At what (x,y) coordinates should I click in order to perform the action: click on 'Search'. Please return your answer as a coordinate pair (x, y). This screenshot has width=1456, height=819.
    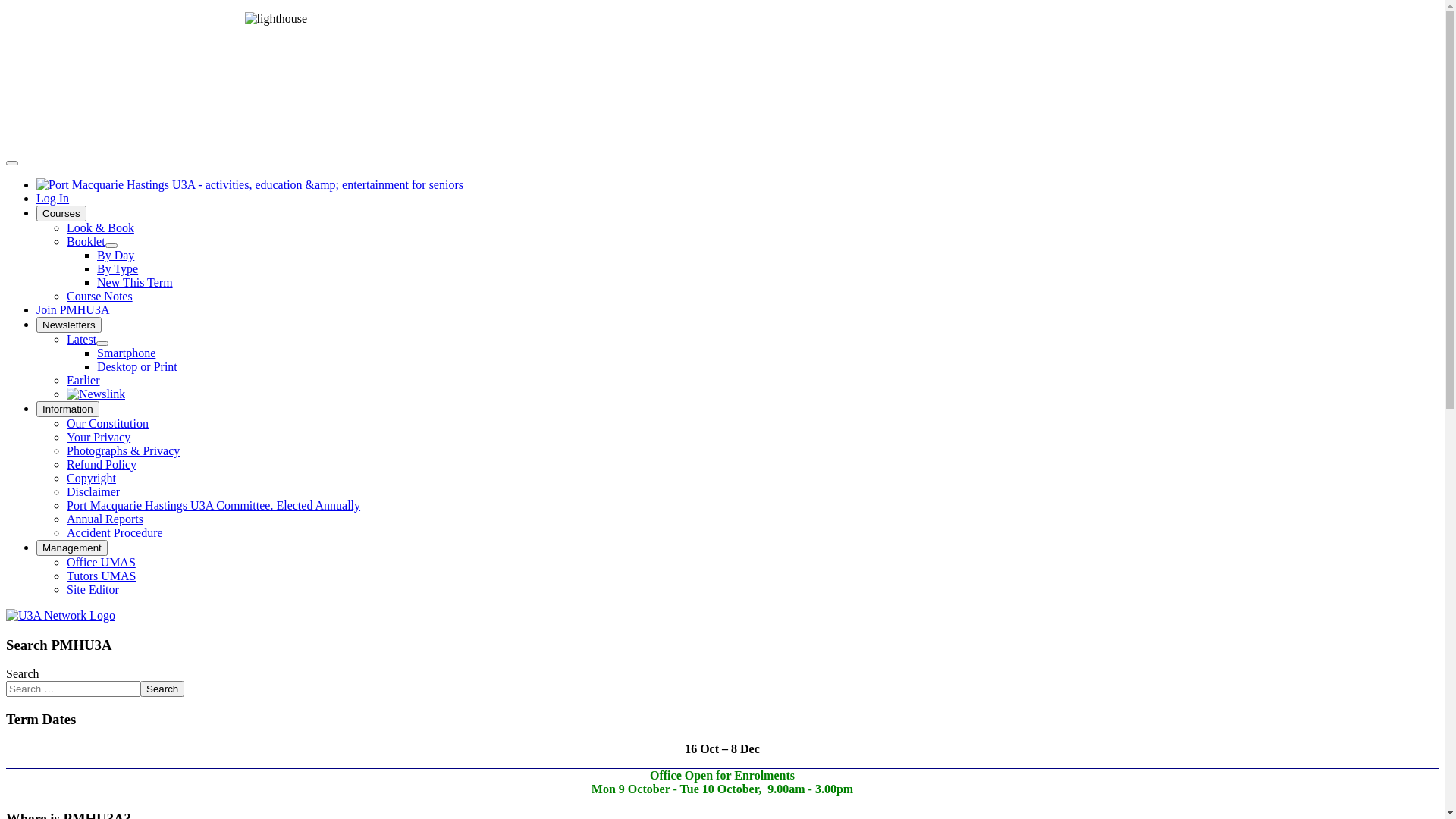
    Looking at the image, I should click on (162, 689).